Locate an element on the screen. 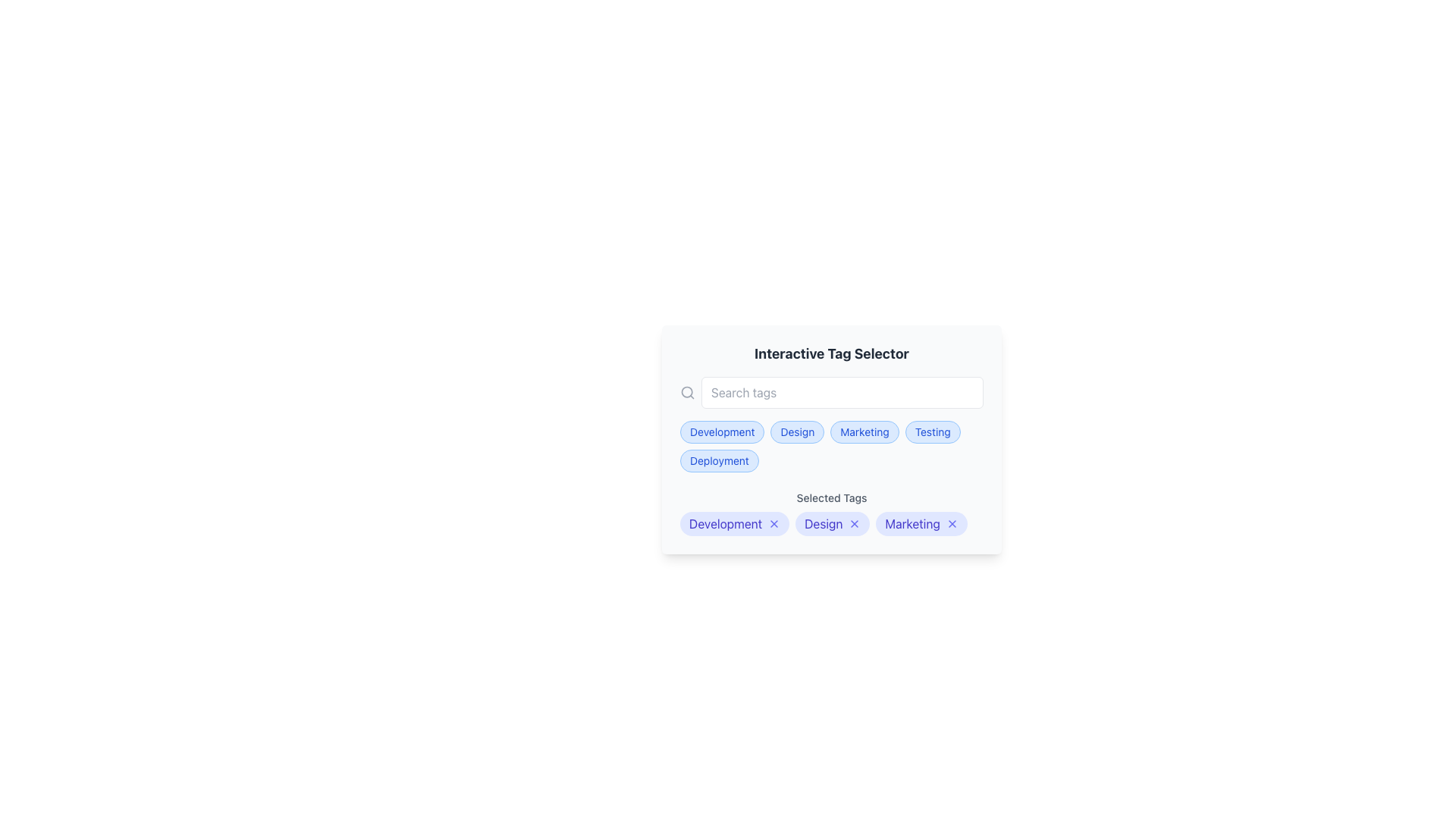  the 'Design' tag button, which is the second item in a horizontal row of five tags is located at coordinates (796, 432).